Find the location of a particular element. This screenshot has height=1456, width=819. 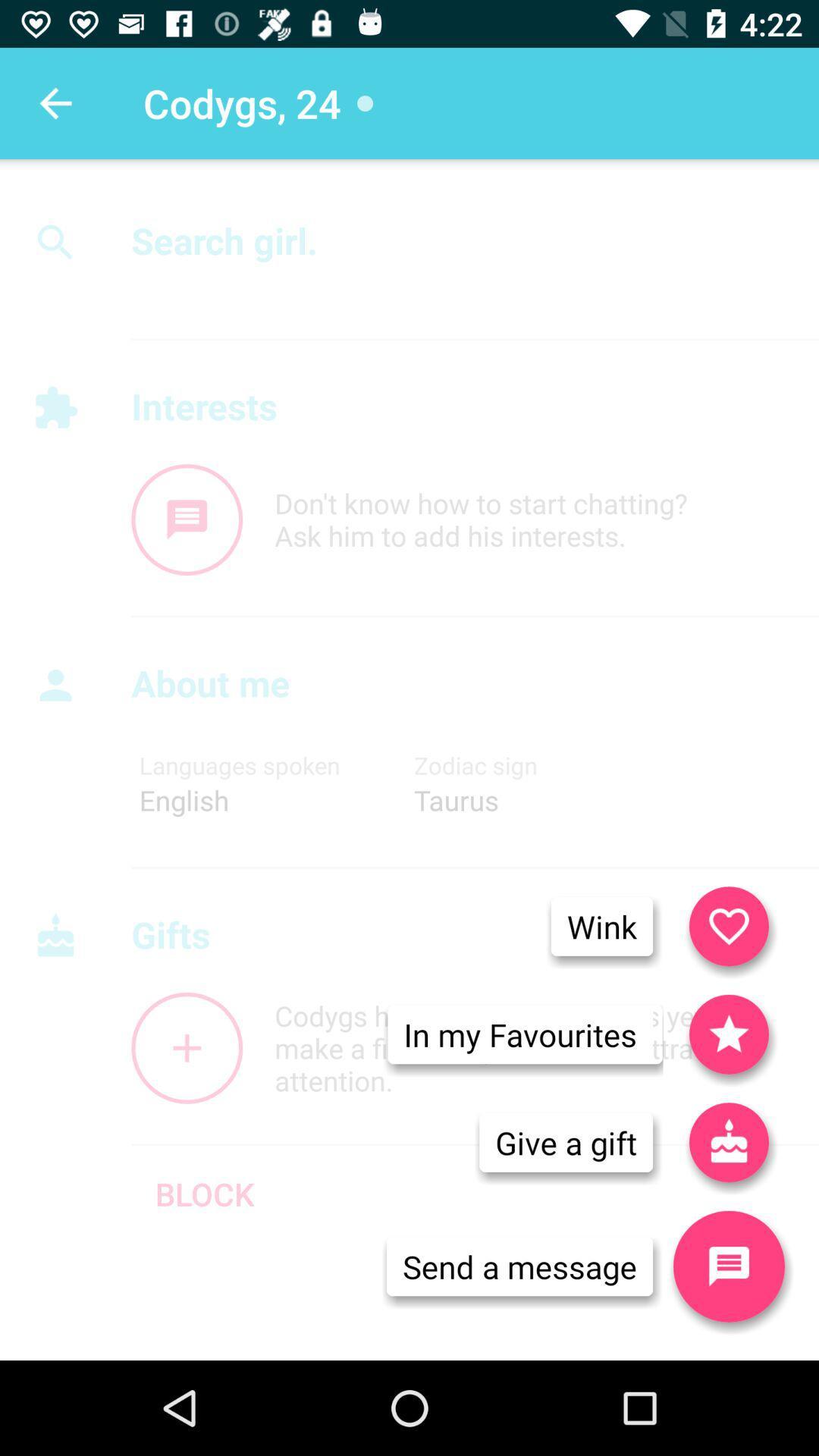

the icon to the right of block is located at coordinates (566, 1142).